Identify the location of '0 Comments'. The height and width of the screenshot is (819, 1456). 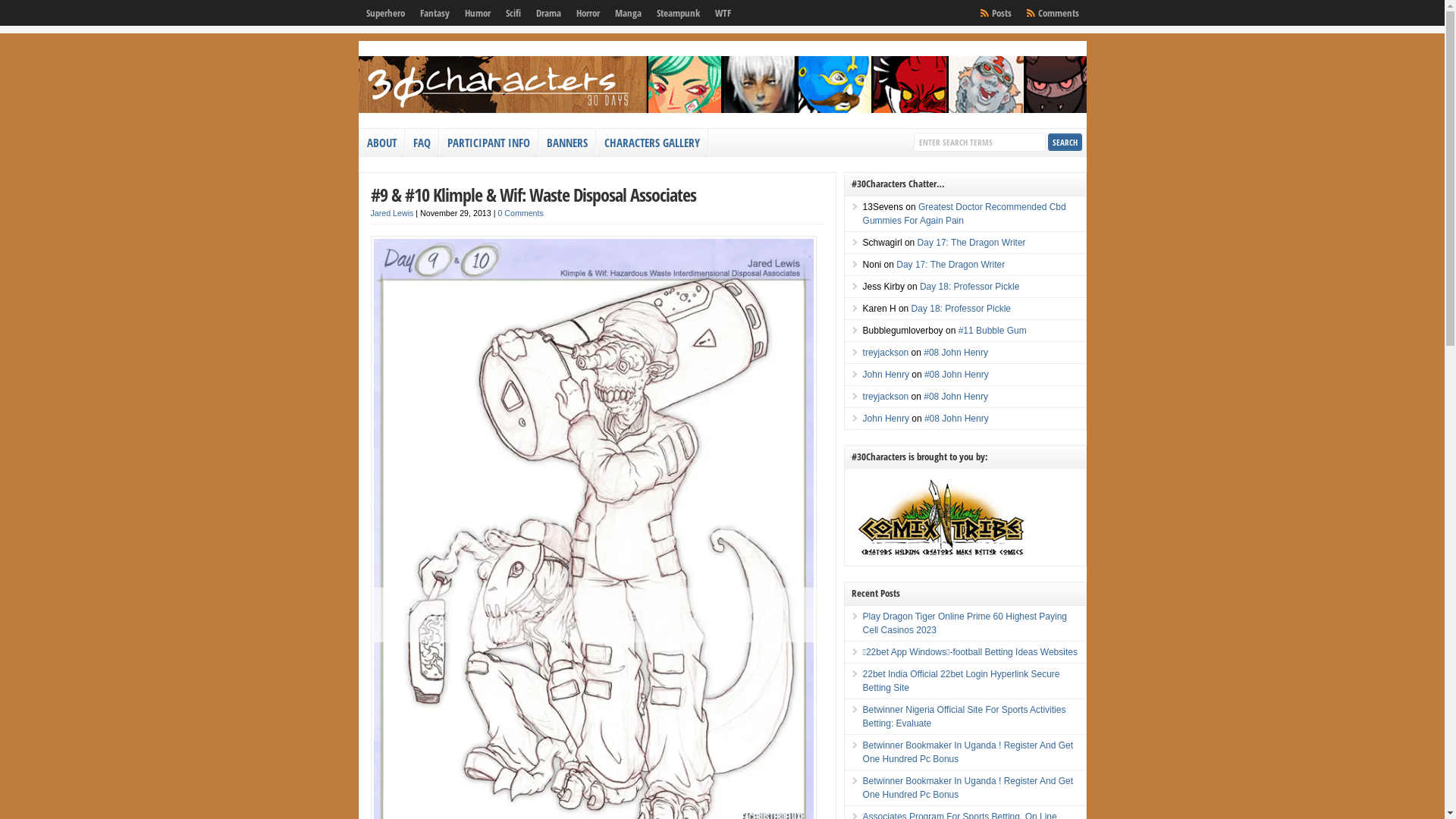
(520, 213).